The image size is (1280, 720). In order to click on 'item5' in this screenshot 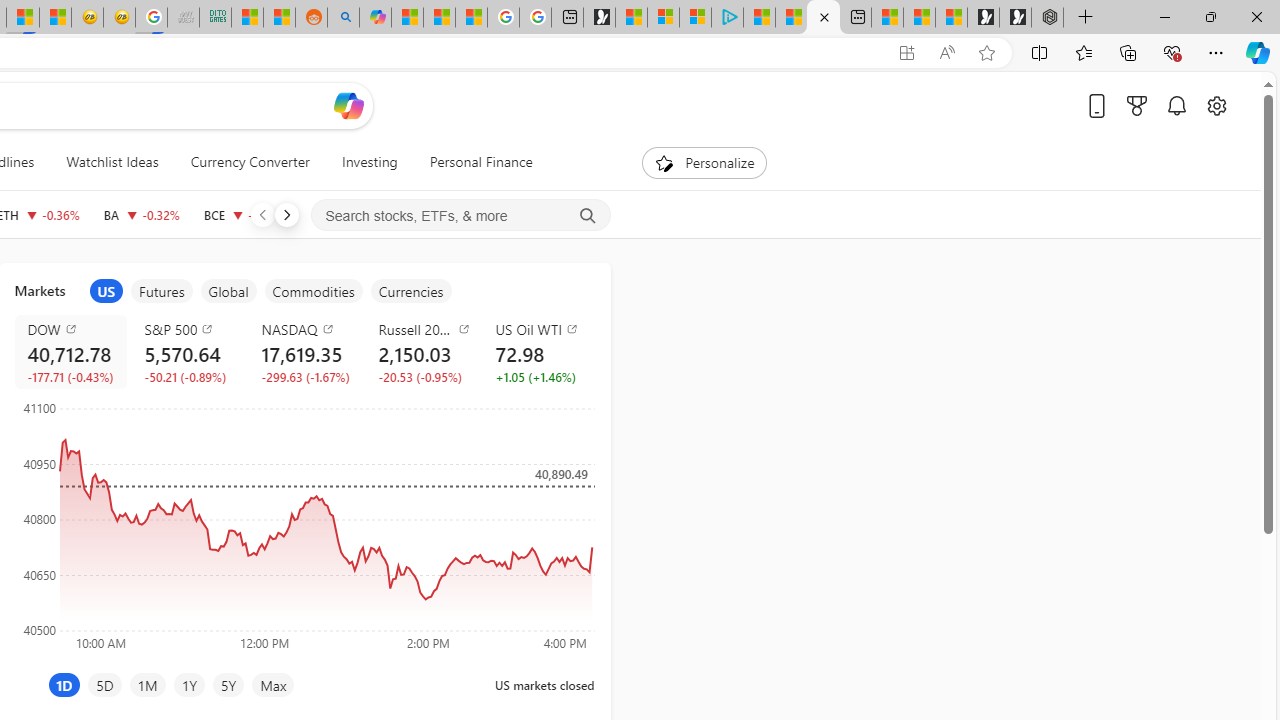, I will do `click(409, 291)`.